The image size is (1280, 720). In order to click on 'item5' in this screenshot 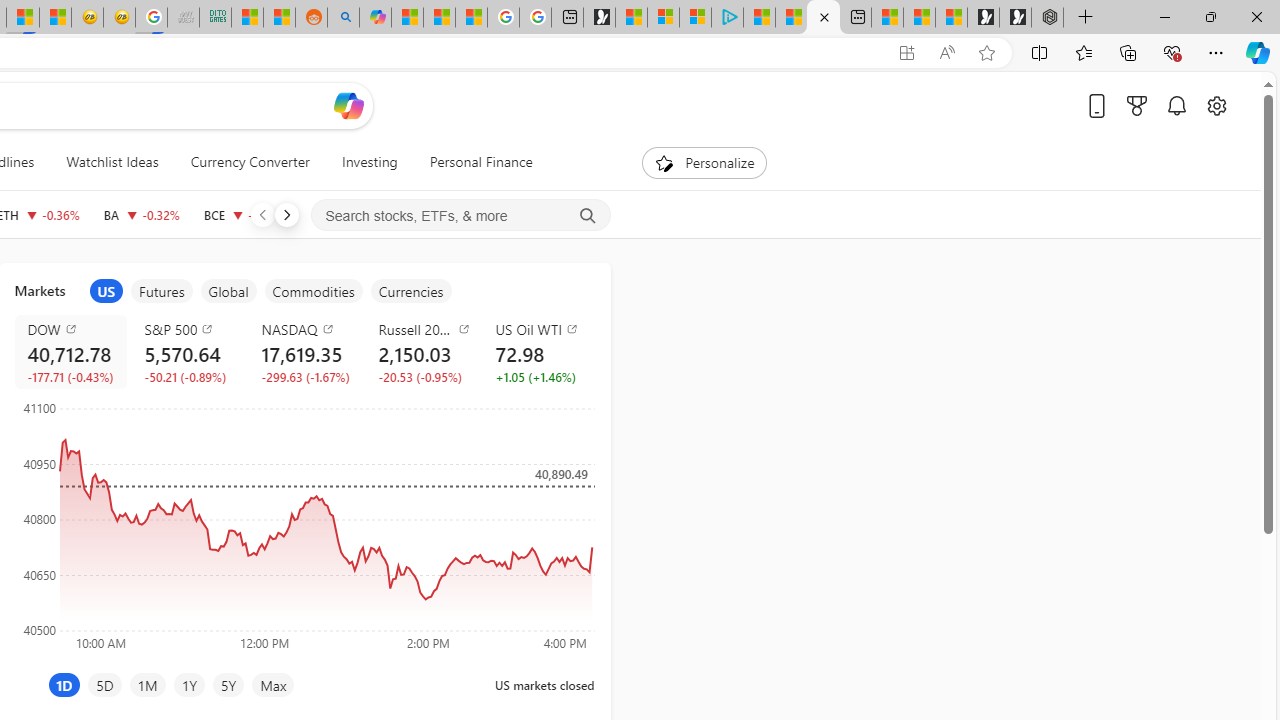, I will do `click(409, 291)`.